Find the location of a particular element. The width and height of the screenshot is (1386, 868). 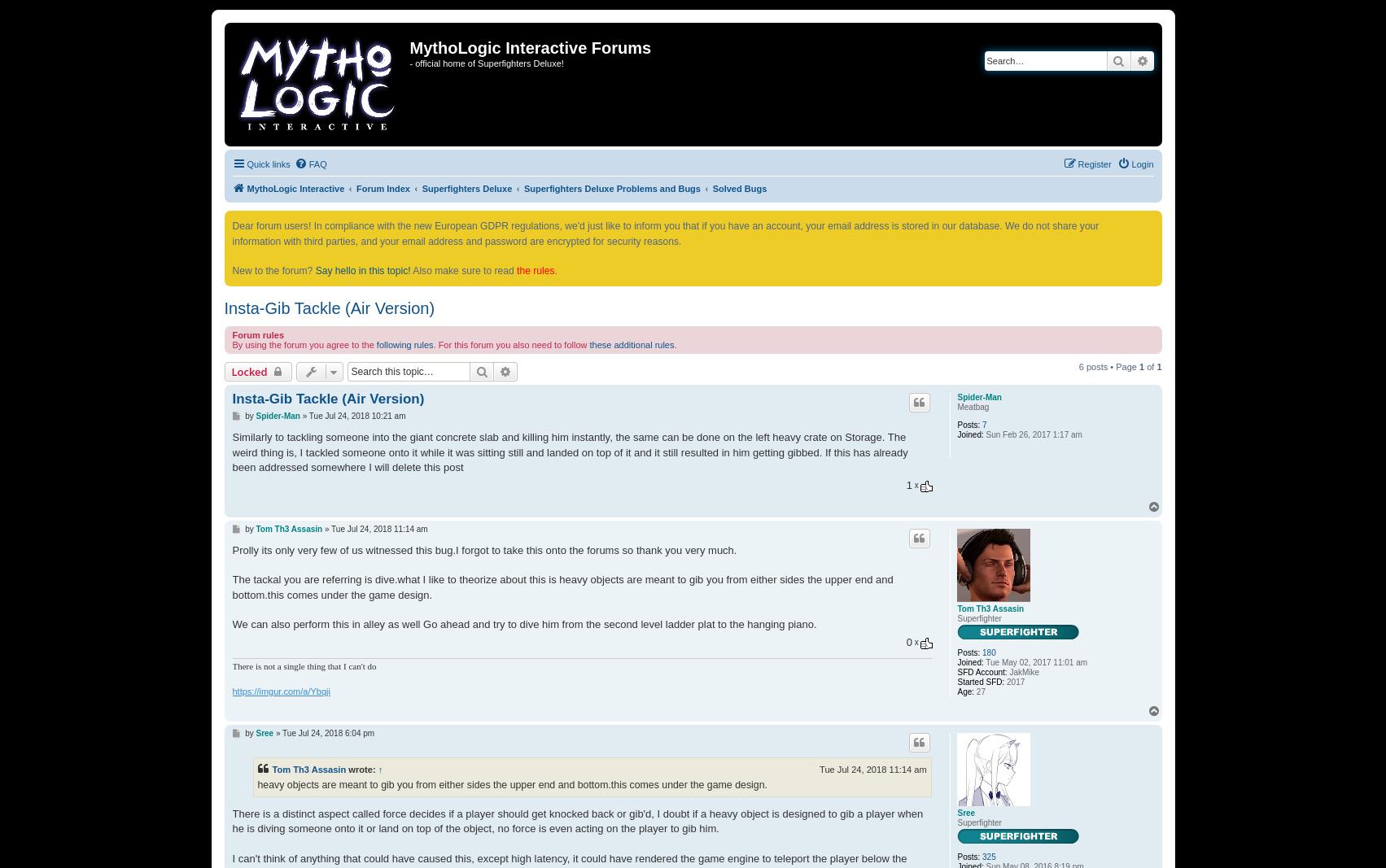

'2017' is located at coordinates (1013, 681).